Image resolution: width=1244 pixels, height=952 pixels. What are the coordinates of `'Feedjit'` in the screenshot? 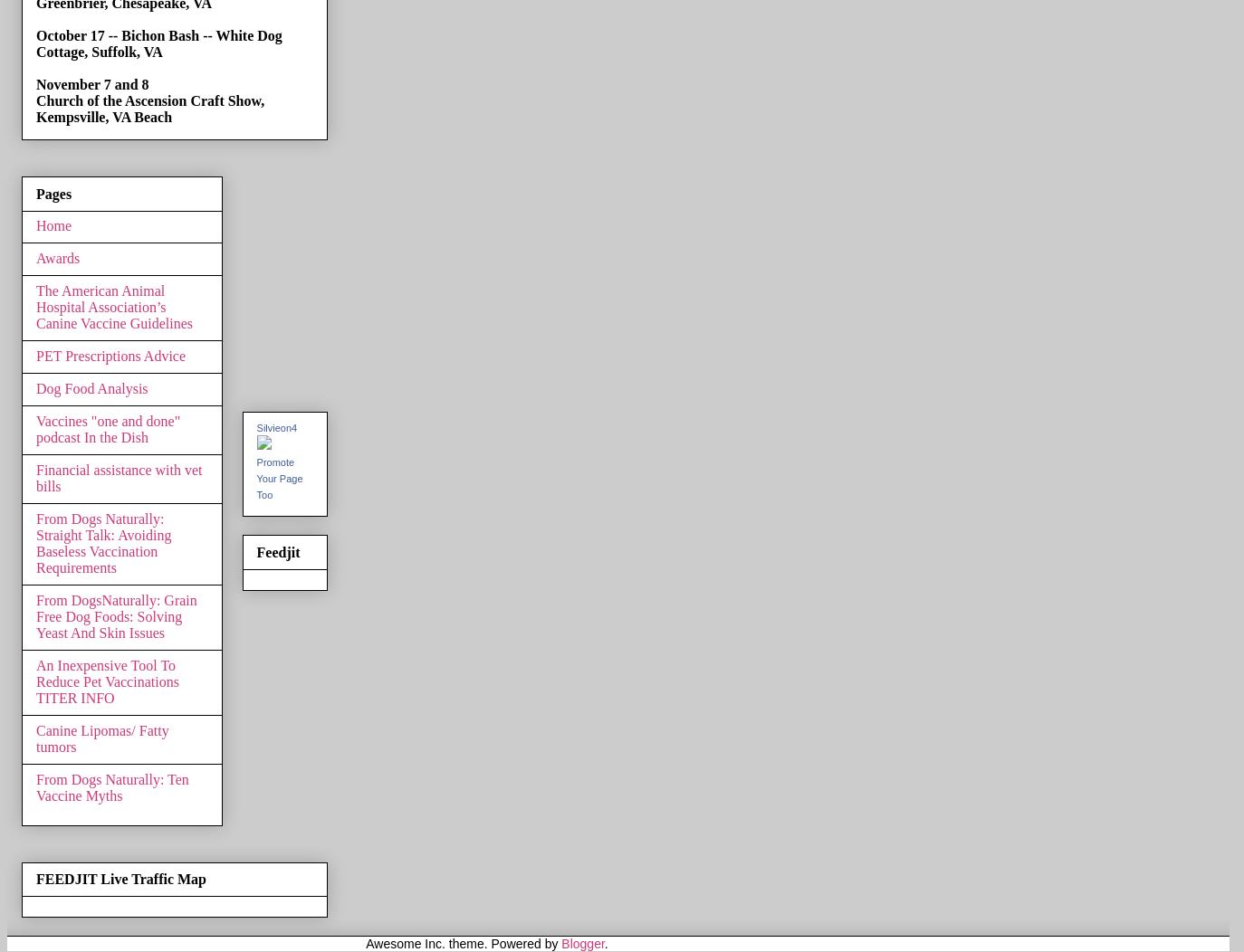 It's located at (276, 550).